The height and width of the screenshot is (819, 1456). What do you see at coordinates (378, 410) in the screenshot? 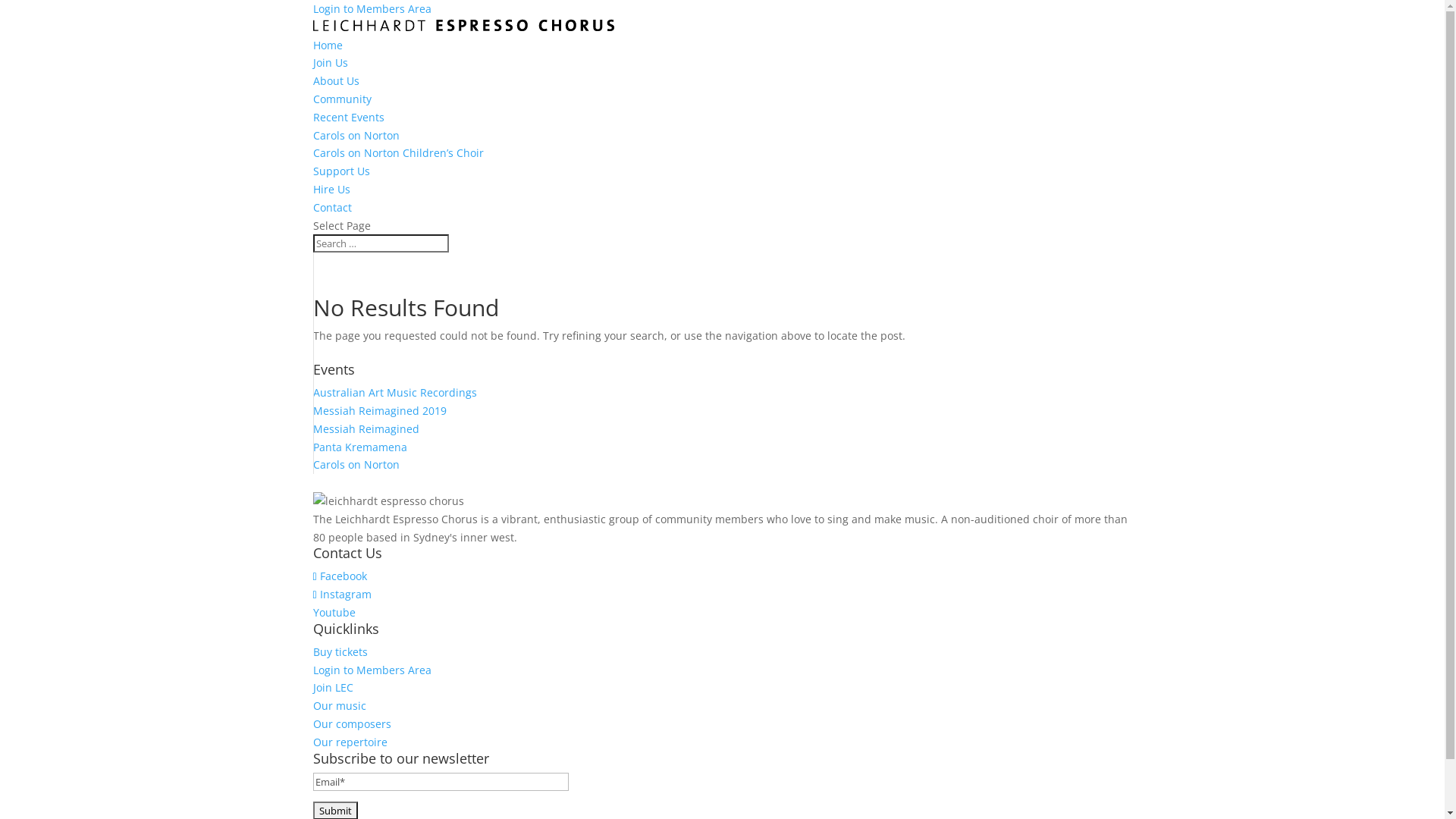
I see `'Messiah Reimagined 2019'` at bounding box center [378, 410].